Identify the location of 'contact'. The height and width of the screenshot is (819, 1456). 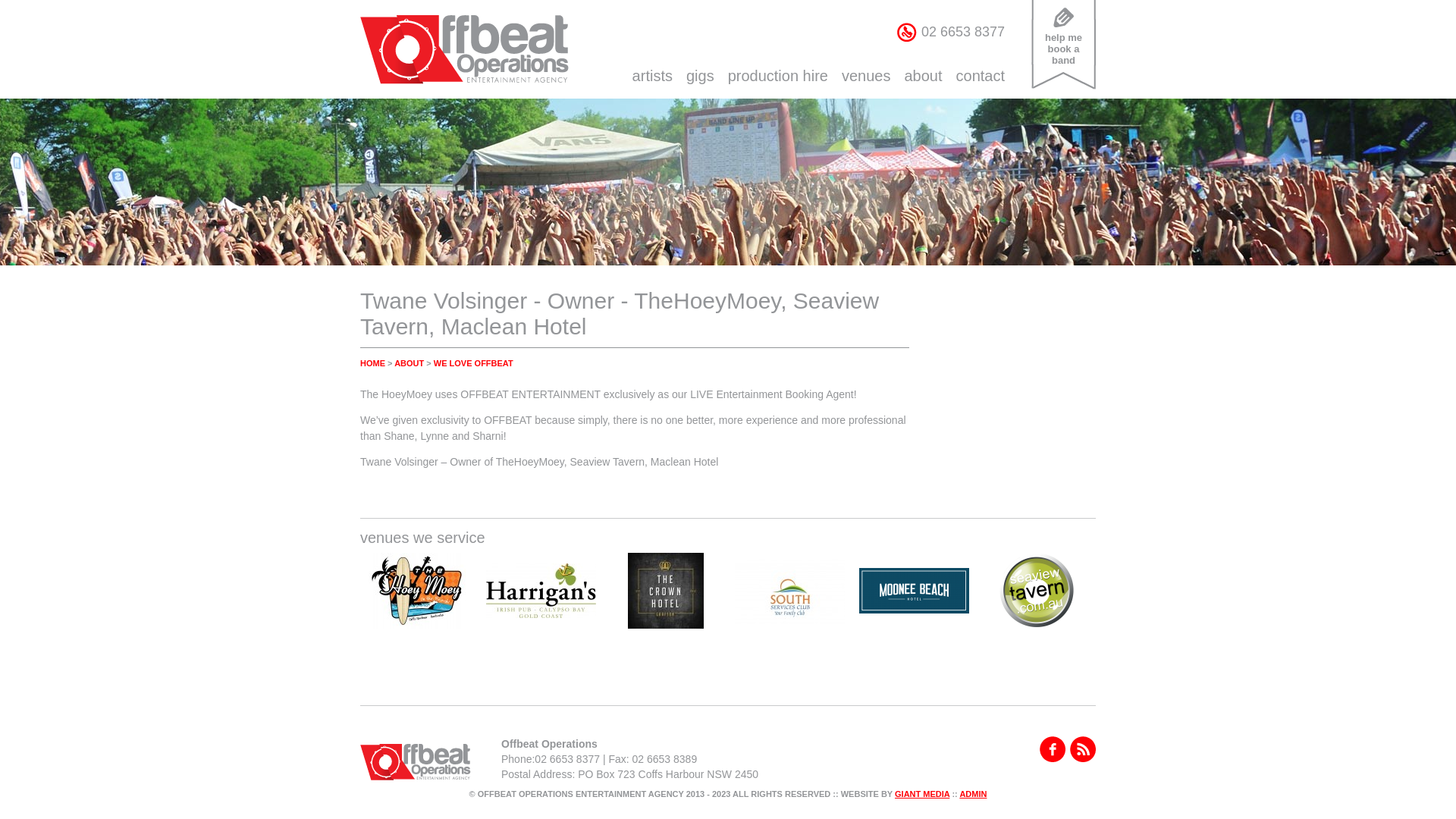
(980, 76).